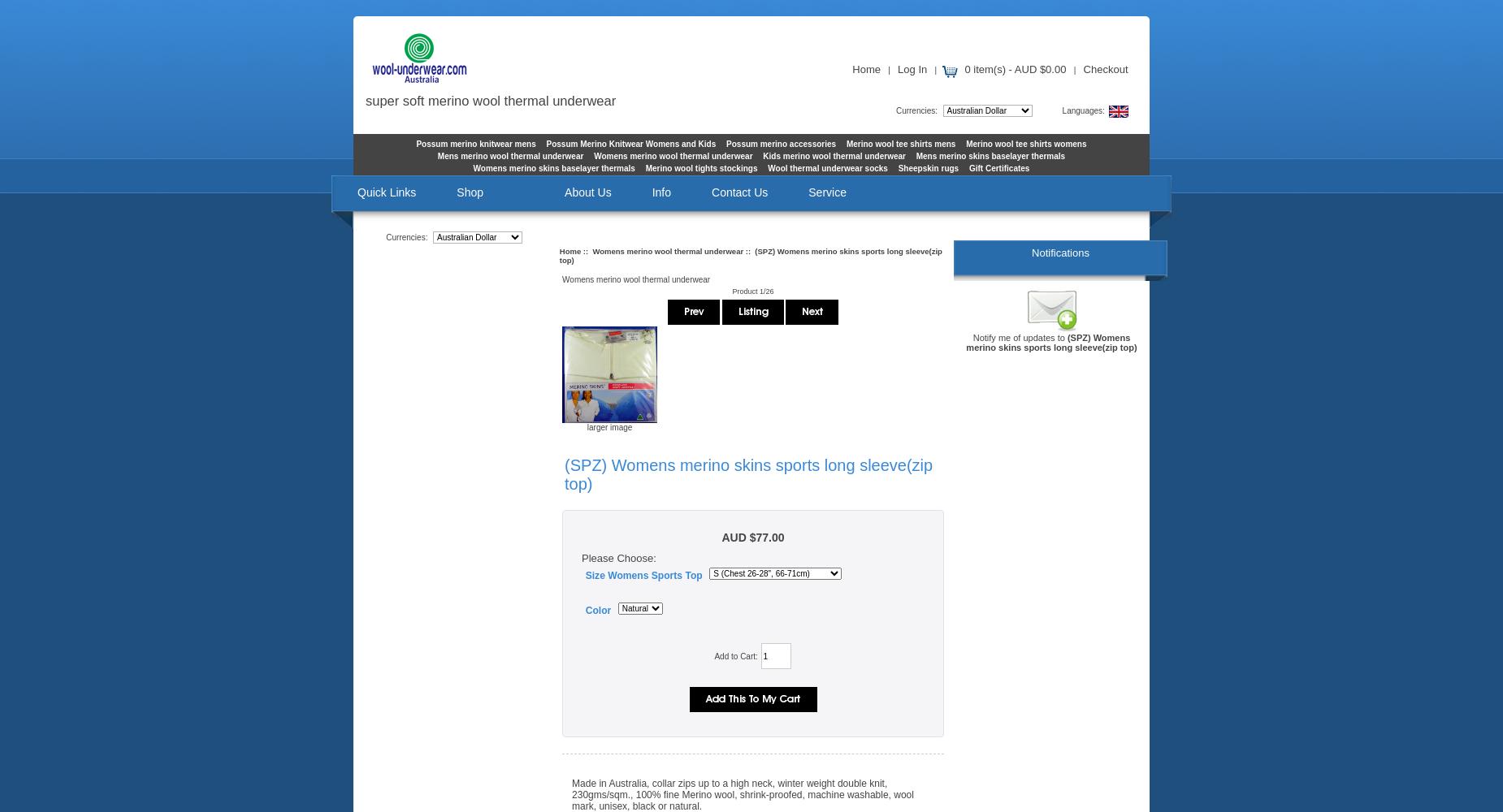  I want to click on 'Merino wool tee shirts womens', so click(964, 144).